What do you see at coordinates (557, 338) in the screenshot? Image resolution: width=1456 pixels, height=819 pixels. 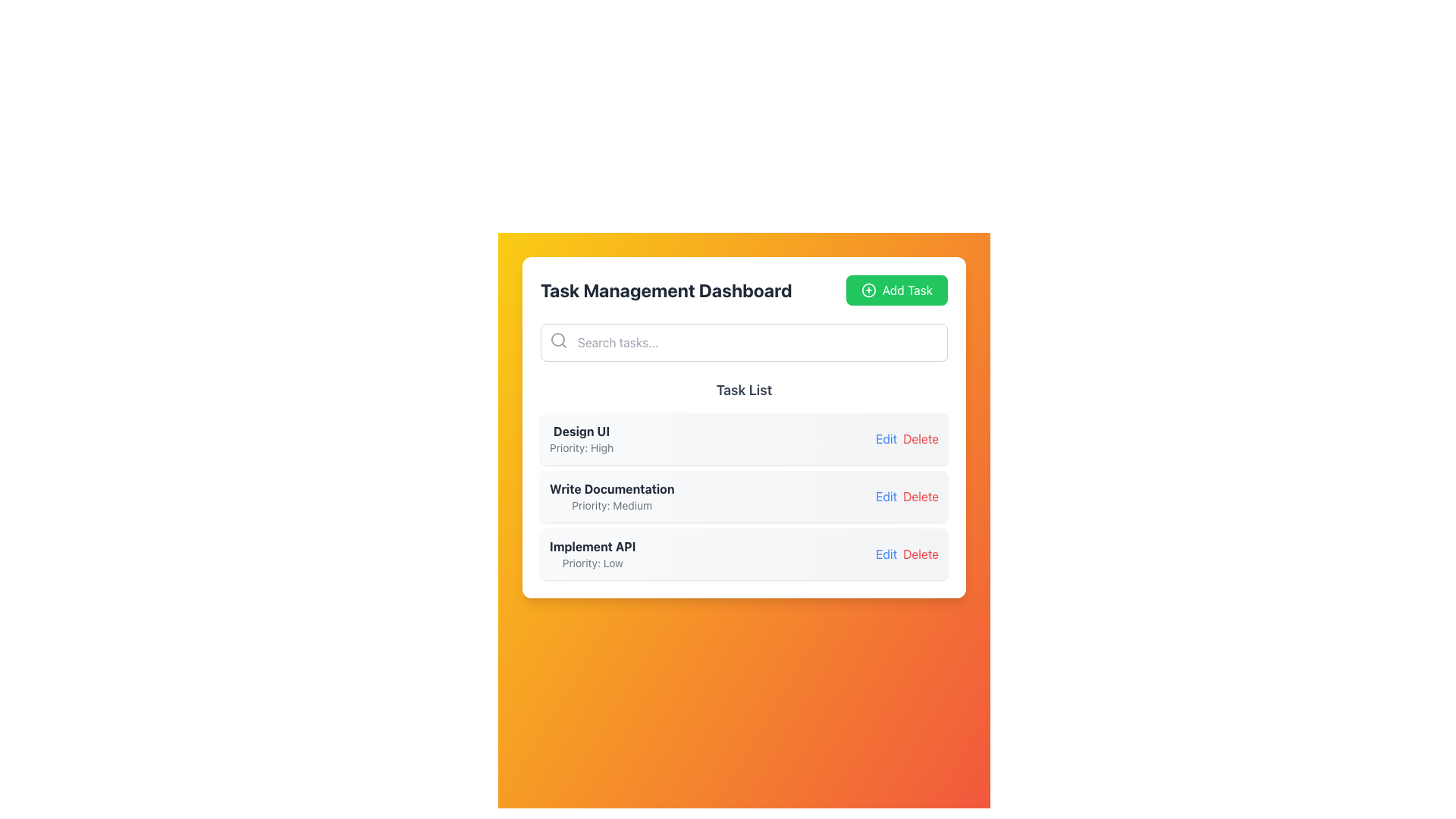 I see `the circular part of the magnifying glass icon representing the search functionality, located in the leftmost area of the search bar` at bounding box center [557, 338].